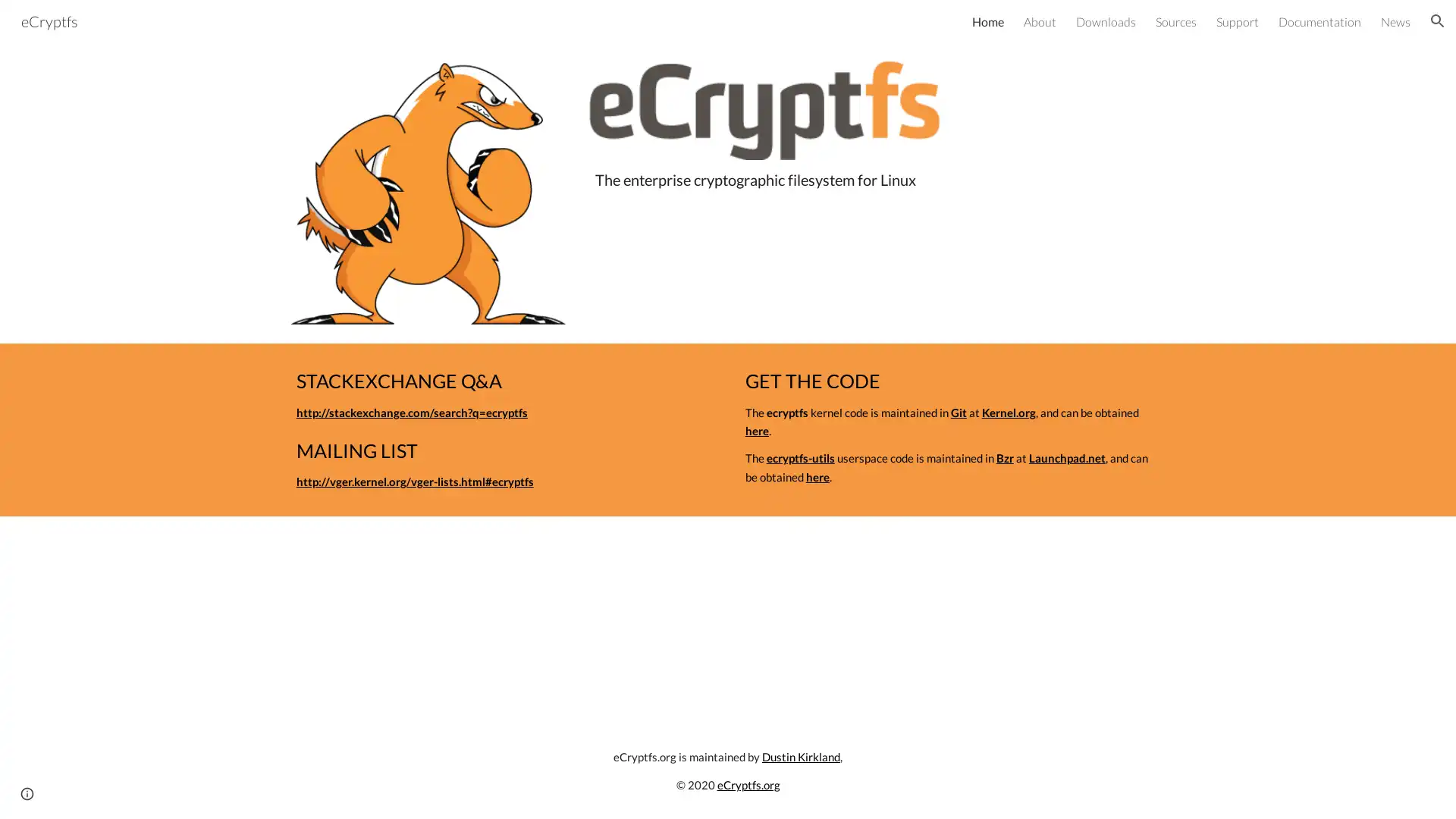 This screenshot has height=819, width=1456. What do you see at coordinates (117, 792) in the screenshot?
I see `Google Sites` at bounding box center [117, 792].